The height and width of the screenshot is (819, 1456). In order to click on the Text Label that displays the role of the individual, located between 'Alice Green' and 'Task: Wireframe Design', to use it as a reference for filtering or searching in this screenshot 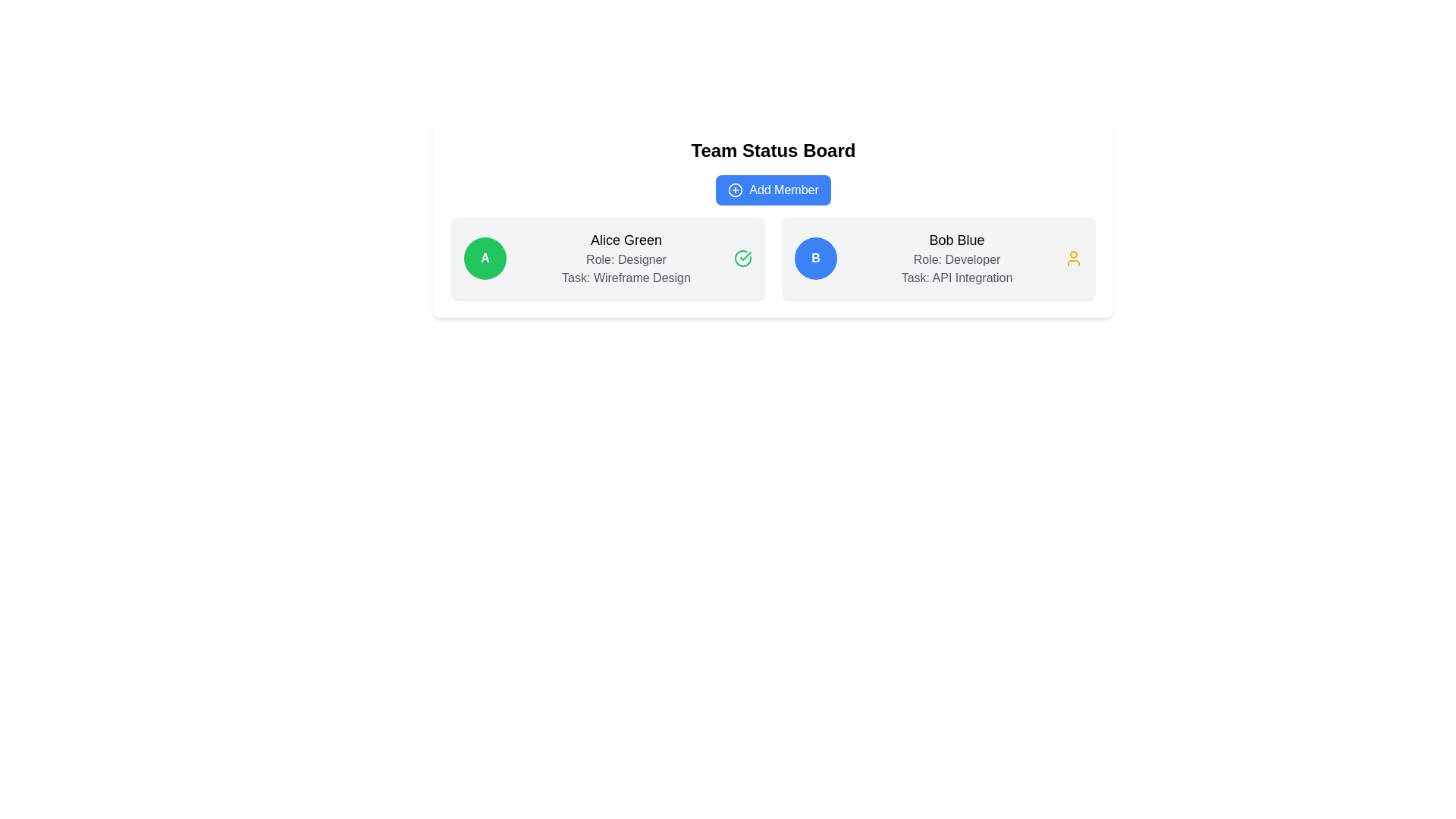, I will do `click(626, 259)`.